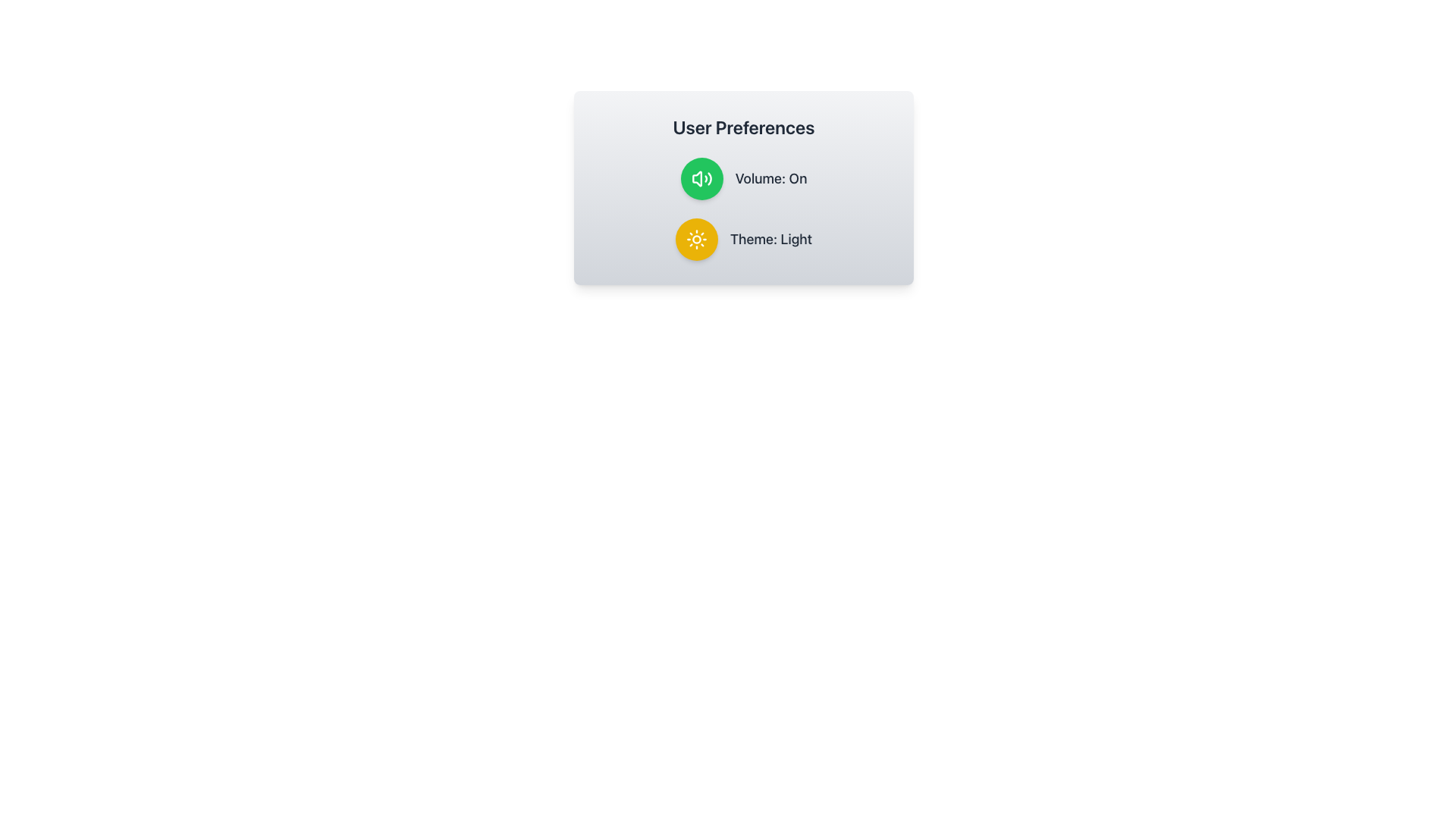 The height and width of the screenshot is (819, 1456). What do you see at coordinates (701, 177) in the screenshot?
I see `the volume settings button located in the 'User Preferences' section` at bounding box center [701, 177].